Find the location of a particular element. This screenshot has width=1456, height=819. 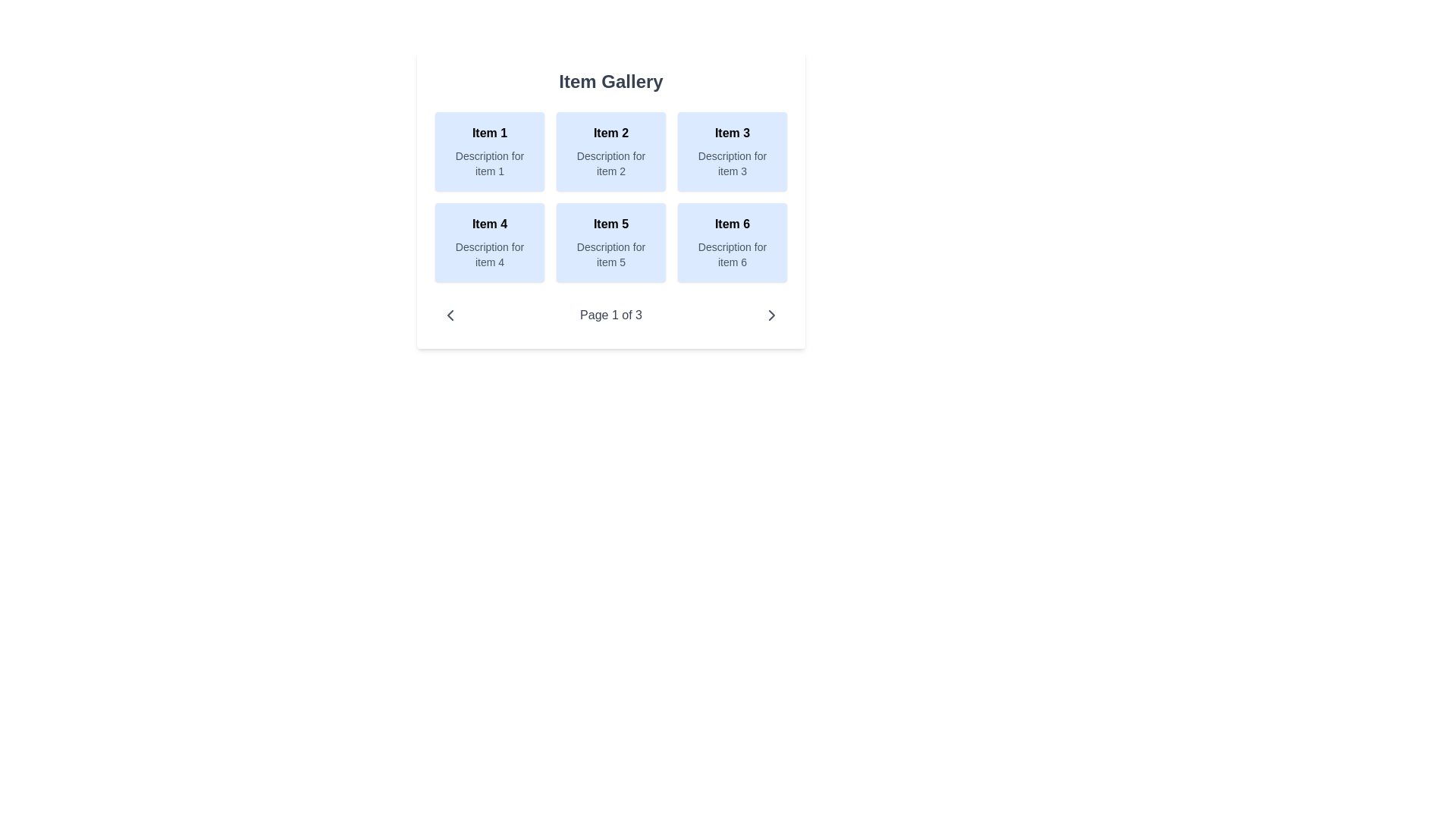

text from the informational card displaying 'Item 3' and its description, located at the top-right corner of the grid layout is located at coordinates (732, 152).